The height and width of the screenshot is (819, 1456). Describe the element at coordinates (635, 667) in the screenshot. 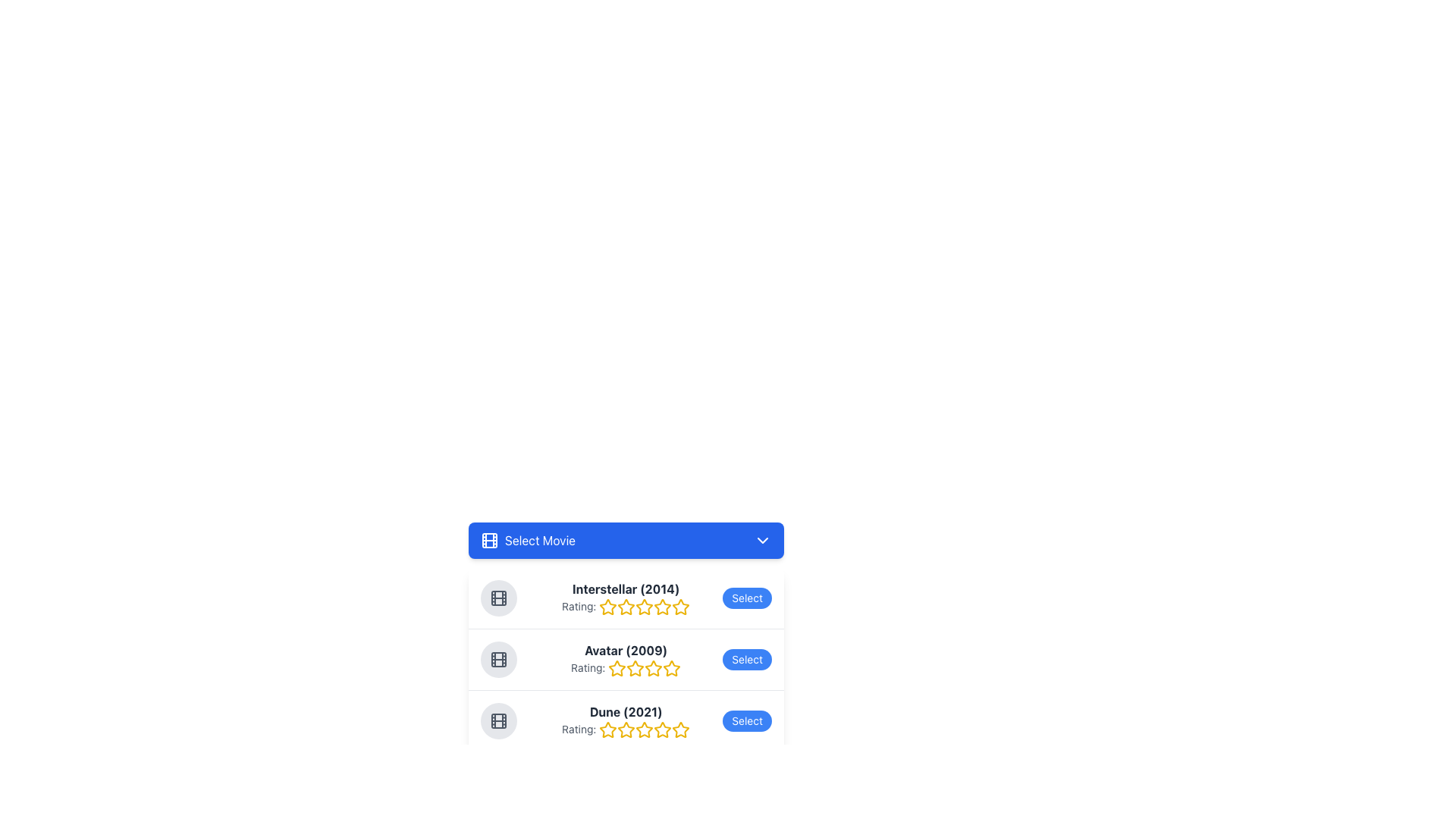

I see `the second star rating icon for the movie 'Avatar (2009)' to rate it` at that location.